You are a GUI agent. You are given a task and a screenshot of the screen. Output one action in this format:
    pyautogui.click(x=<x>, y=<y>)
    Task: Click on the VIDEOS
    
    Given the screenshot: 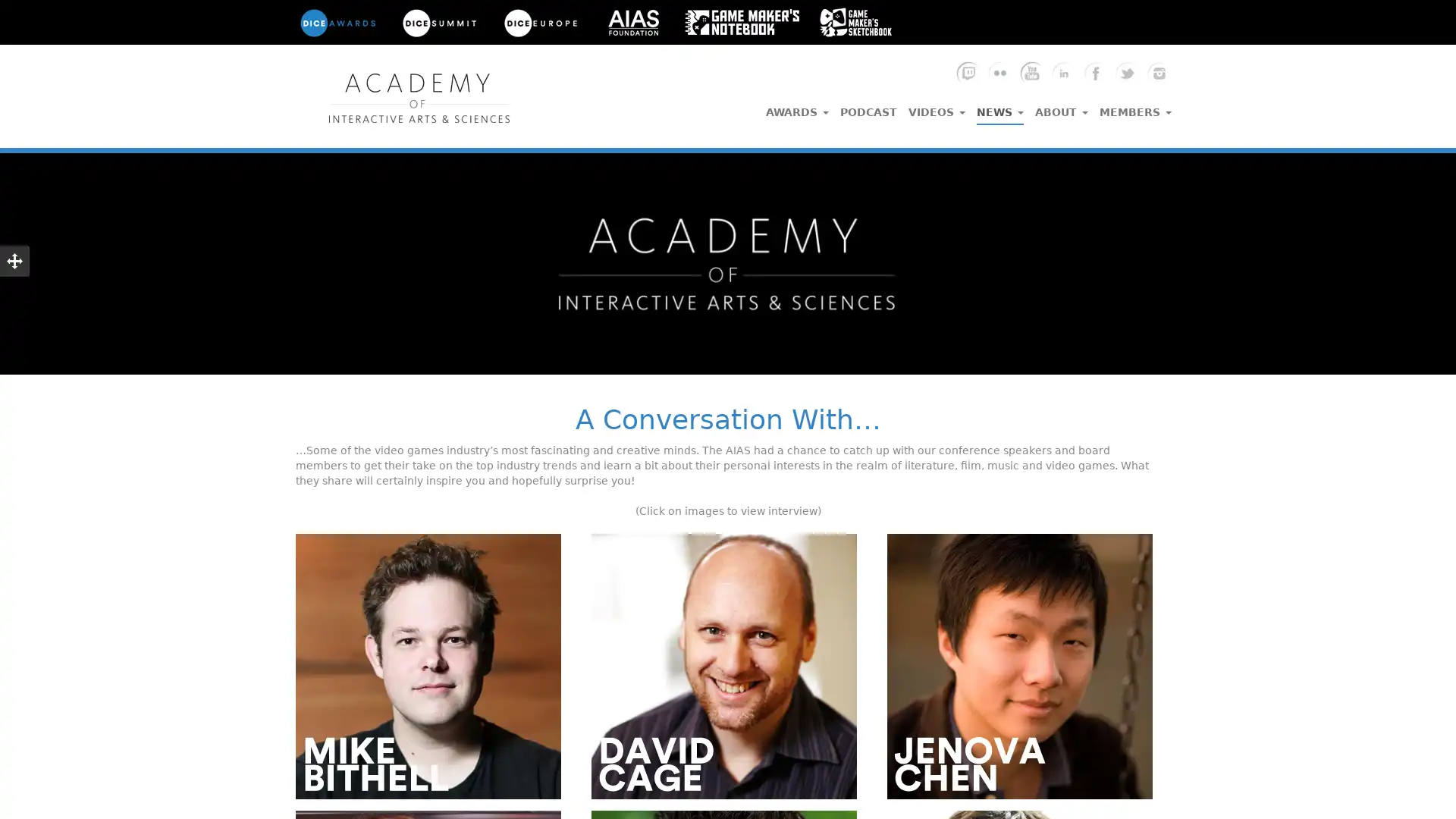 What is the action you would take?
    pyautogui.click(x=936, y=107)
    